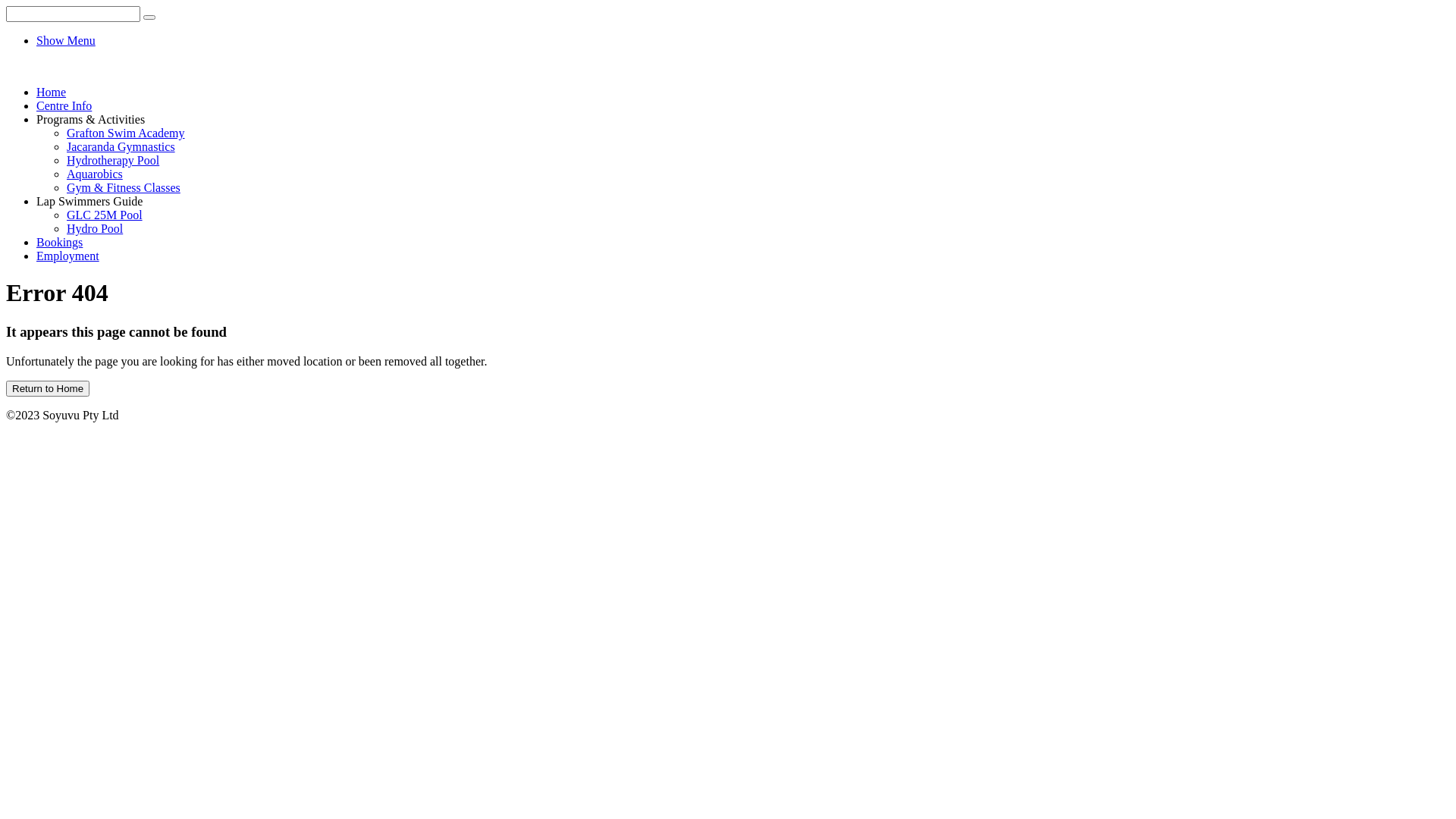  What do you see at coordinates (126, 132) in the screenshot?
I see `'Grafton Swim Academy'` at bounding box center [126, 132].